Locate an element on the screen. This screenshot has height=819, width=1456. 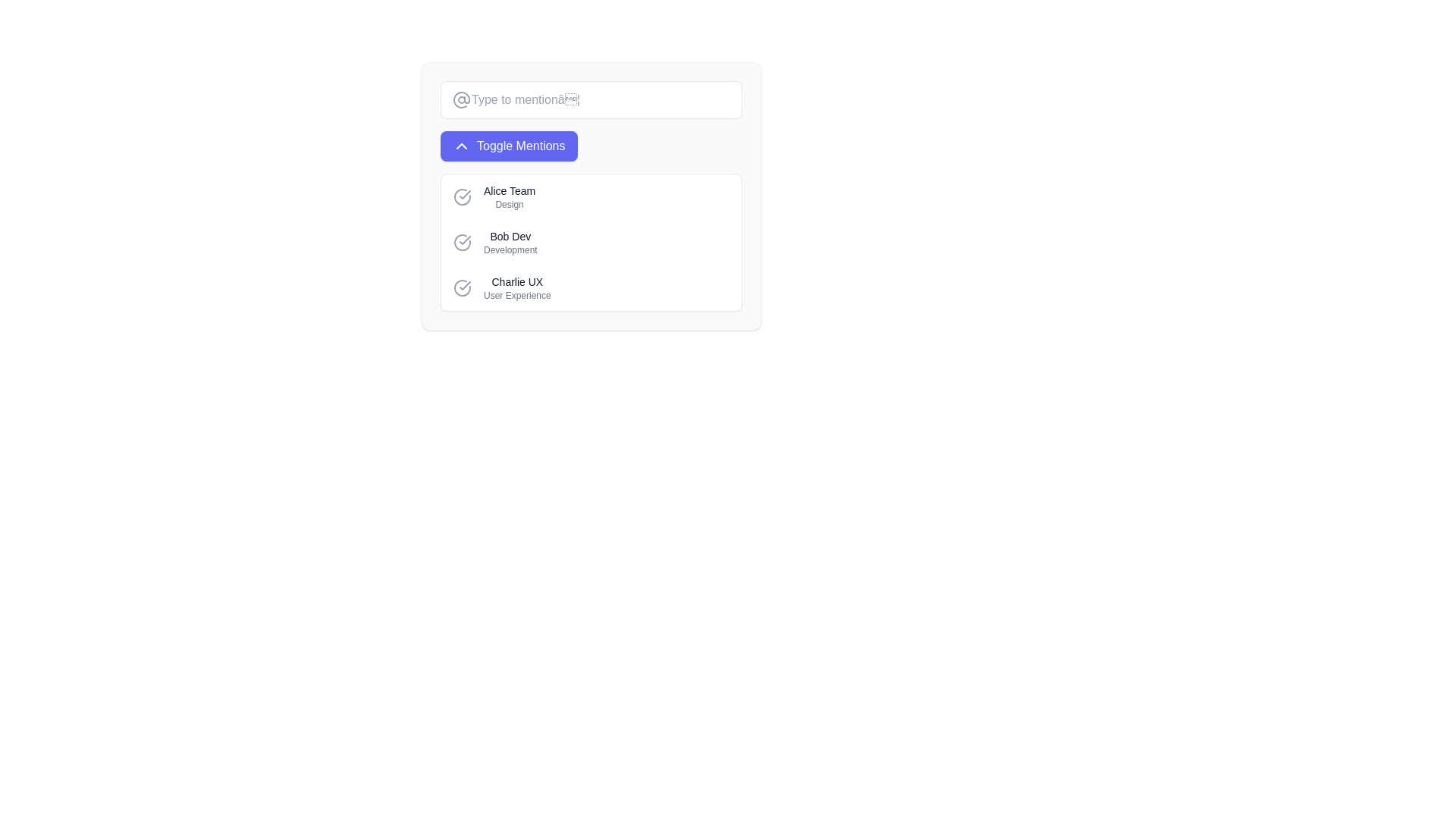
the first list item labeled 'Alice Team' with a circular checkmark is located at coordinates (590, 196).